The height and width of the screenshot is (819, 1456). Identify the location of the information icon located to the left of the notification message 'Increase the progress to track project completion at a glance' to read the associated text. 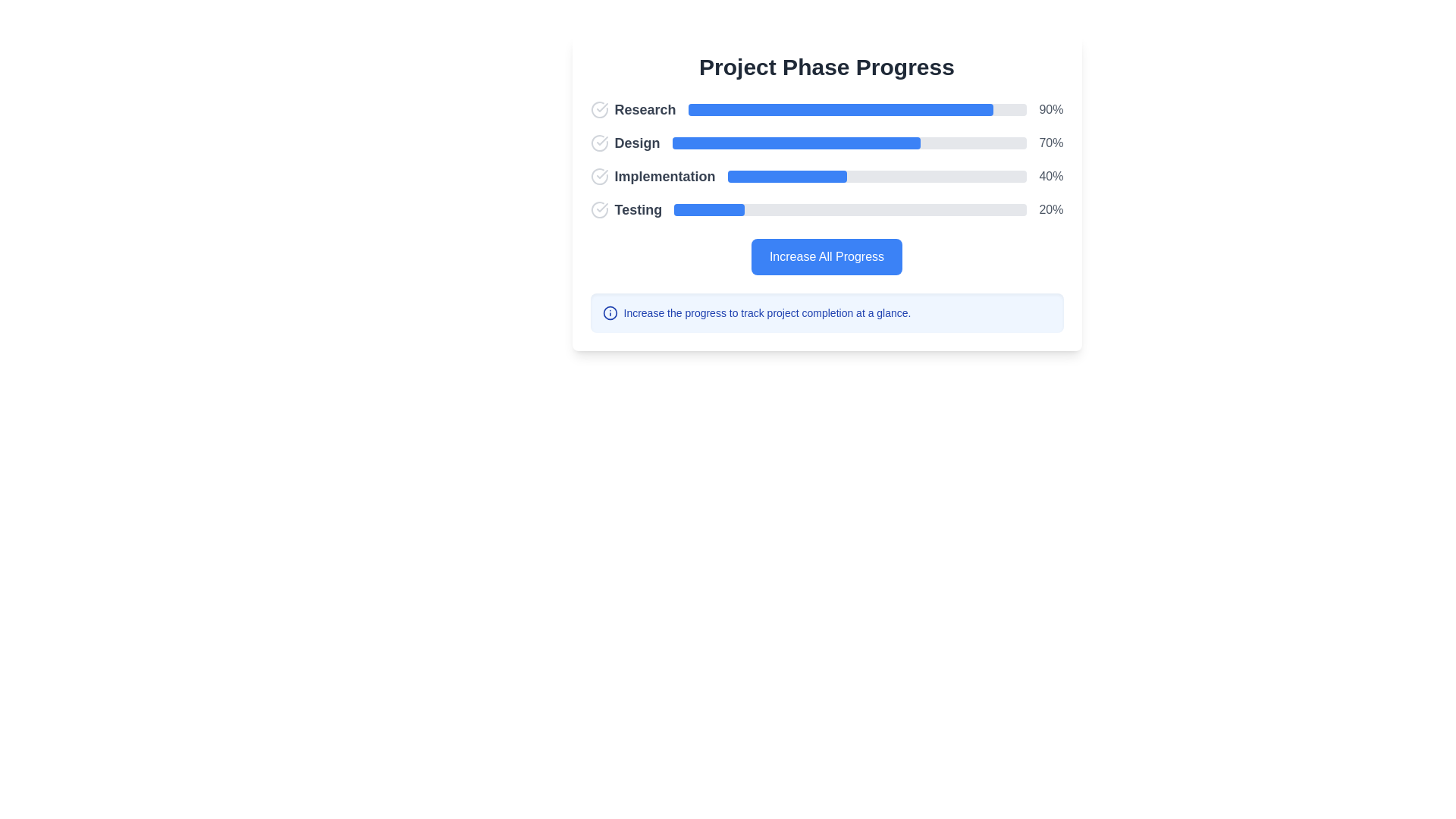
(610, 312).